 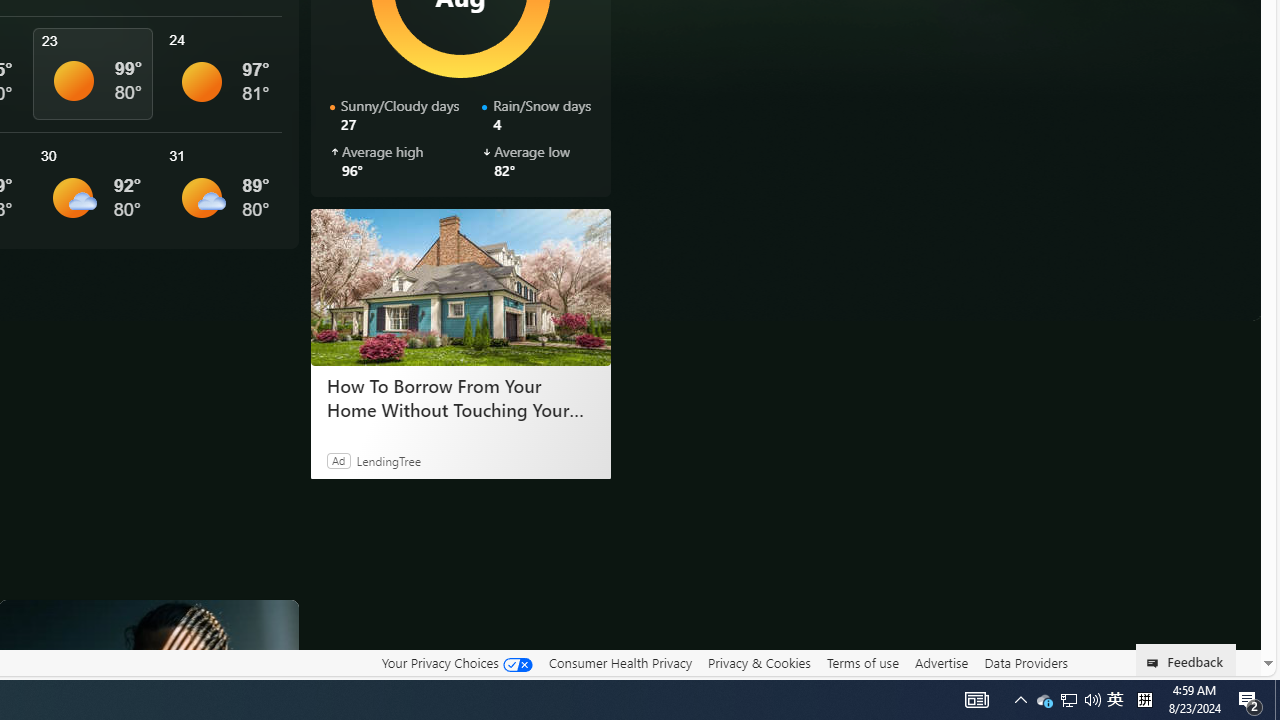 I want to click on 'Your Privacy Choices', so click(x=455, y=662).